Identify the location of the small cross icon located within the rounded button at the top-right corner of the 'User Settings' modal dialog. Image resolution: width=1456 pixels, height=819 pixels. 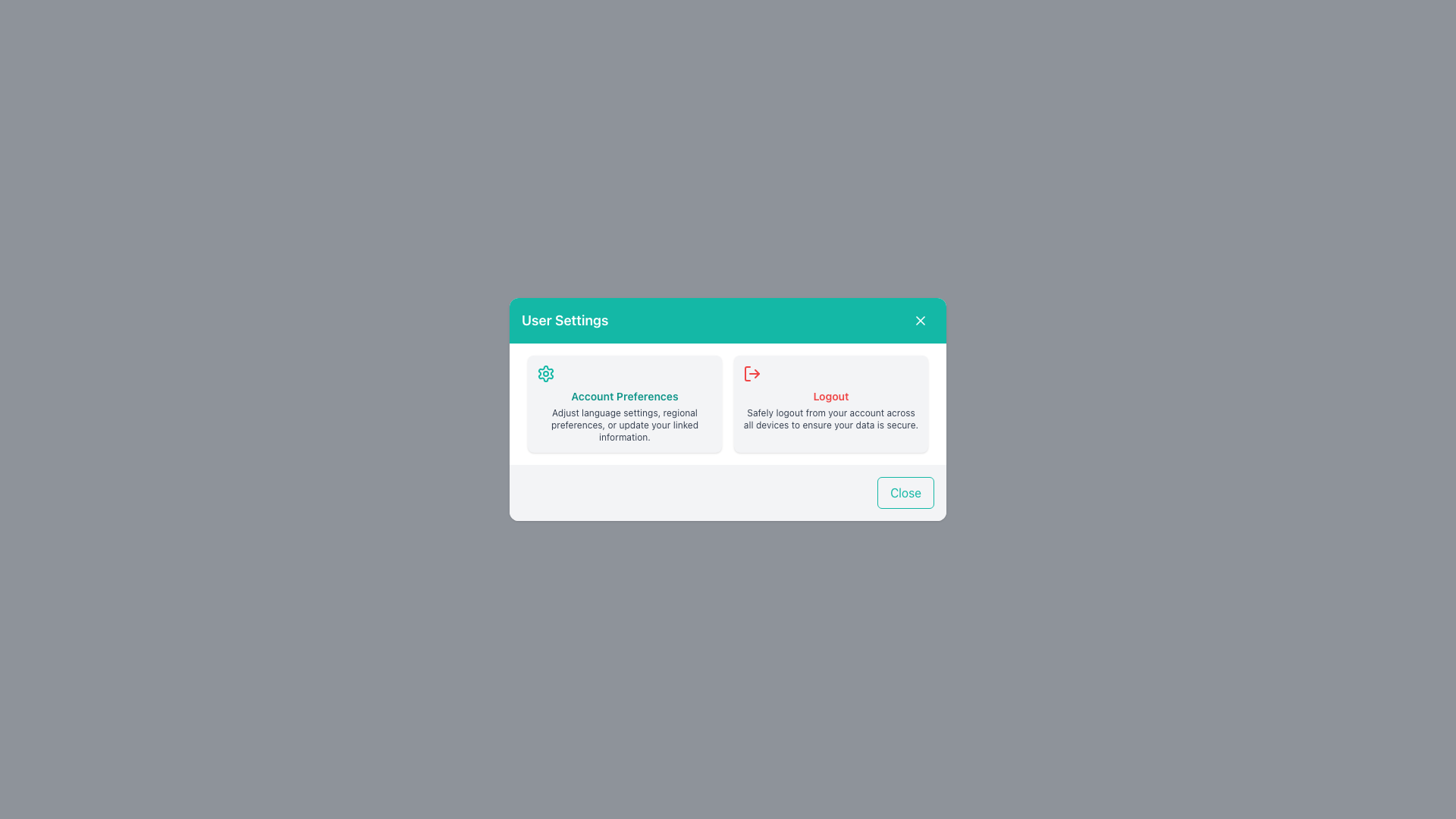
(920, 320).